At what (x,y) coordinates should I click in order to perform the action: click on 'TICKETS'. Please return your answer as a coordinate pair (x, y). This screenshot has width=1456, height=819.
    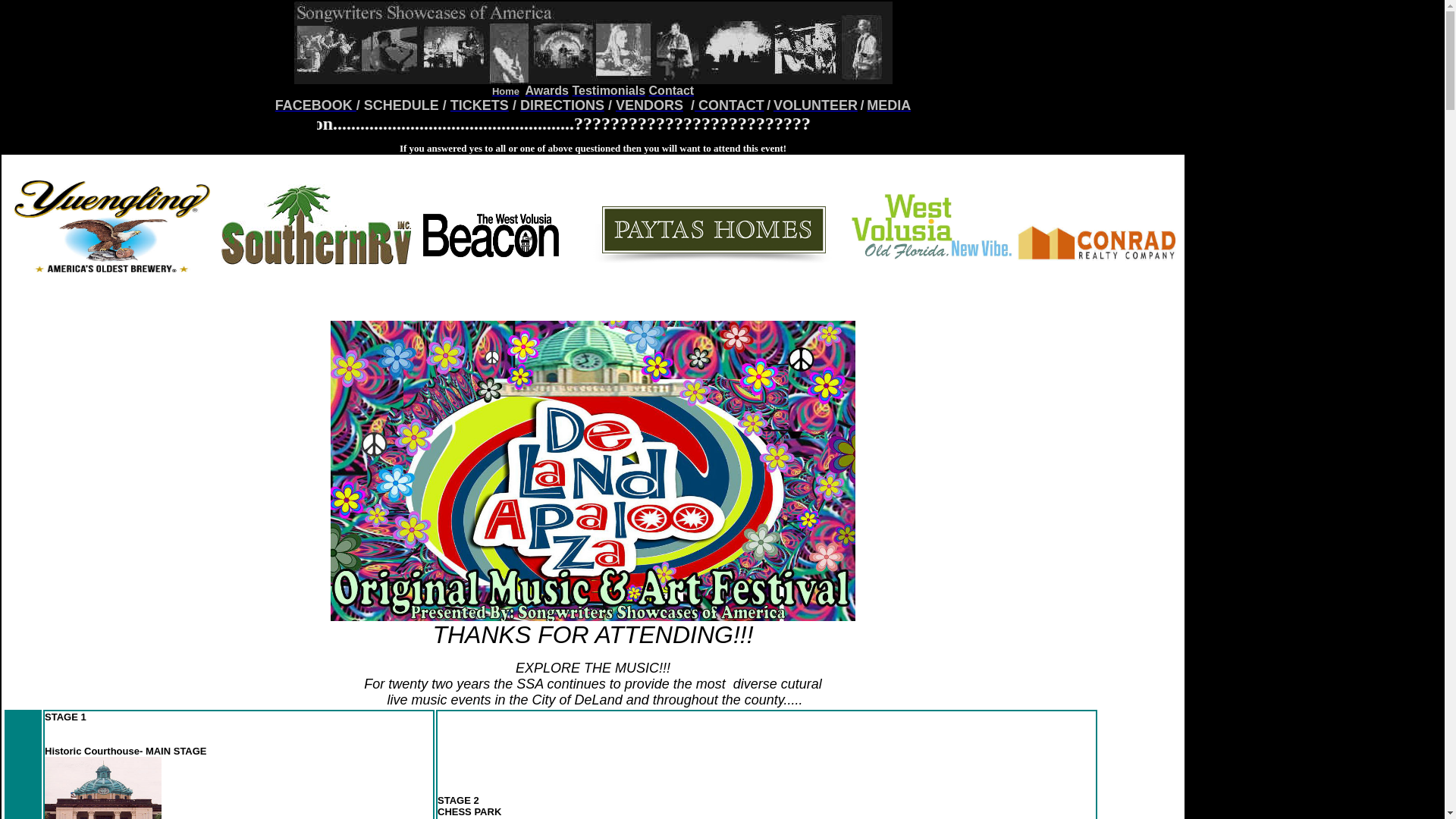
    Looking at the image, I should click on (479, 104).